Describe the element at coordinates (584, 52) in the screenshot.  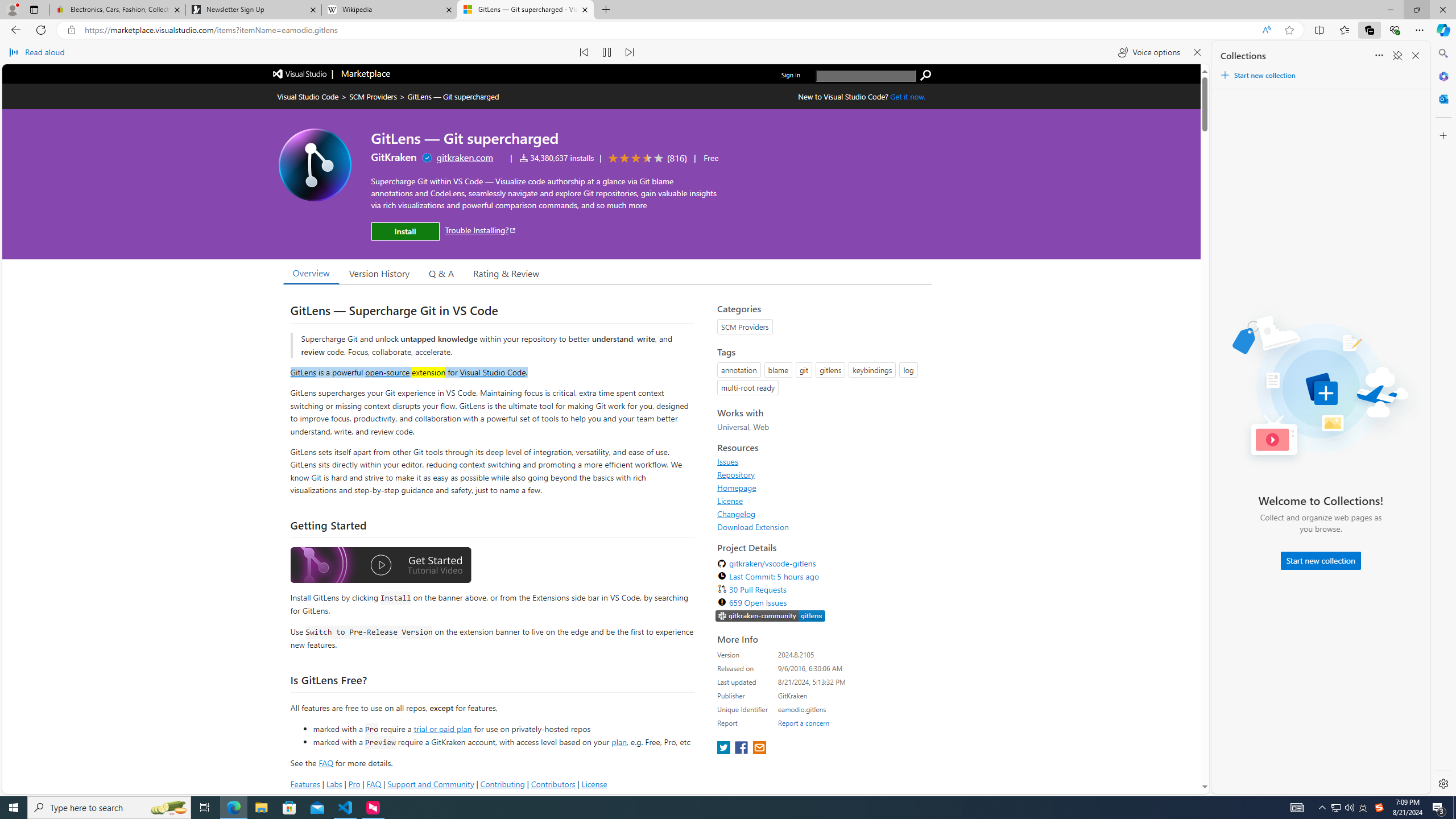
I see `'Read previous paragraph'` at that location.